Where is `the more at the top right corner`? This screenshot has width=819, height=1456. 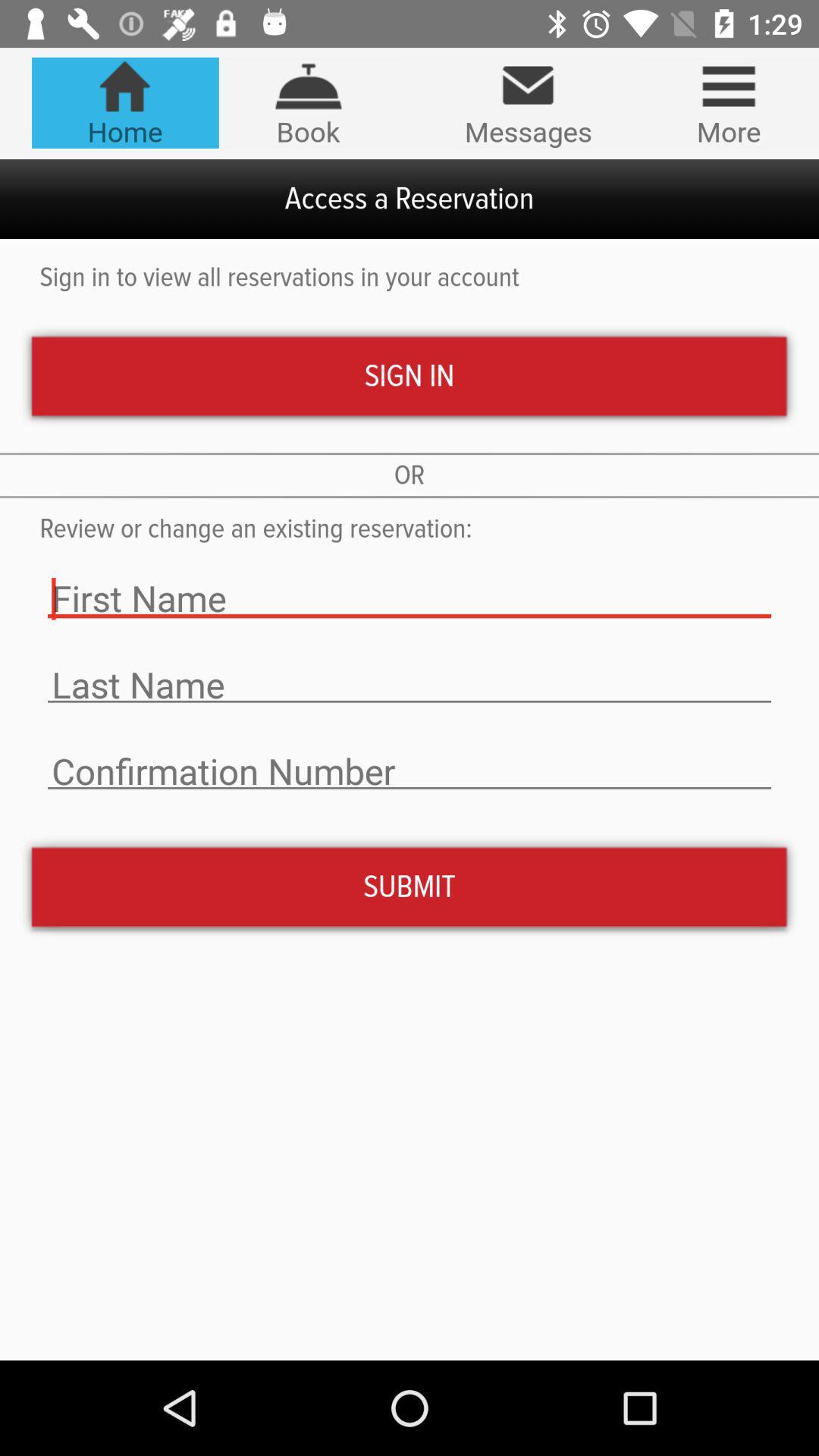 the more at the top right corner is located at coordinates (728, 102).